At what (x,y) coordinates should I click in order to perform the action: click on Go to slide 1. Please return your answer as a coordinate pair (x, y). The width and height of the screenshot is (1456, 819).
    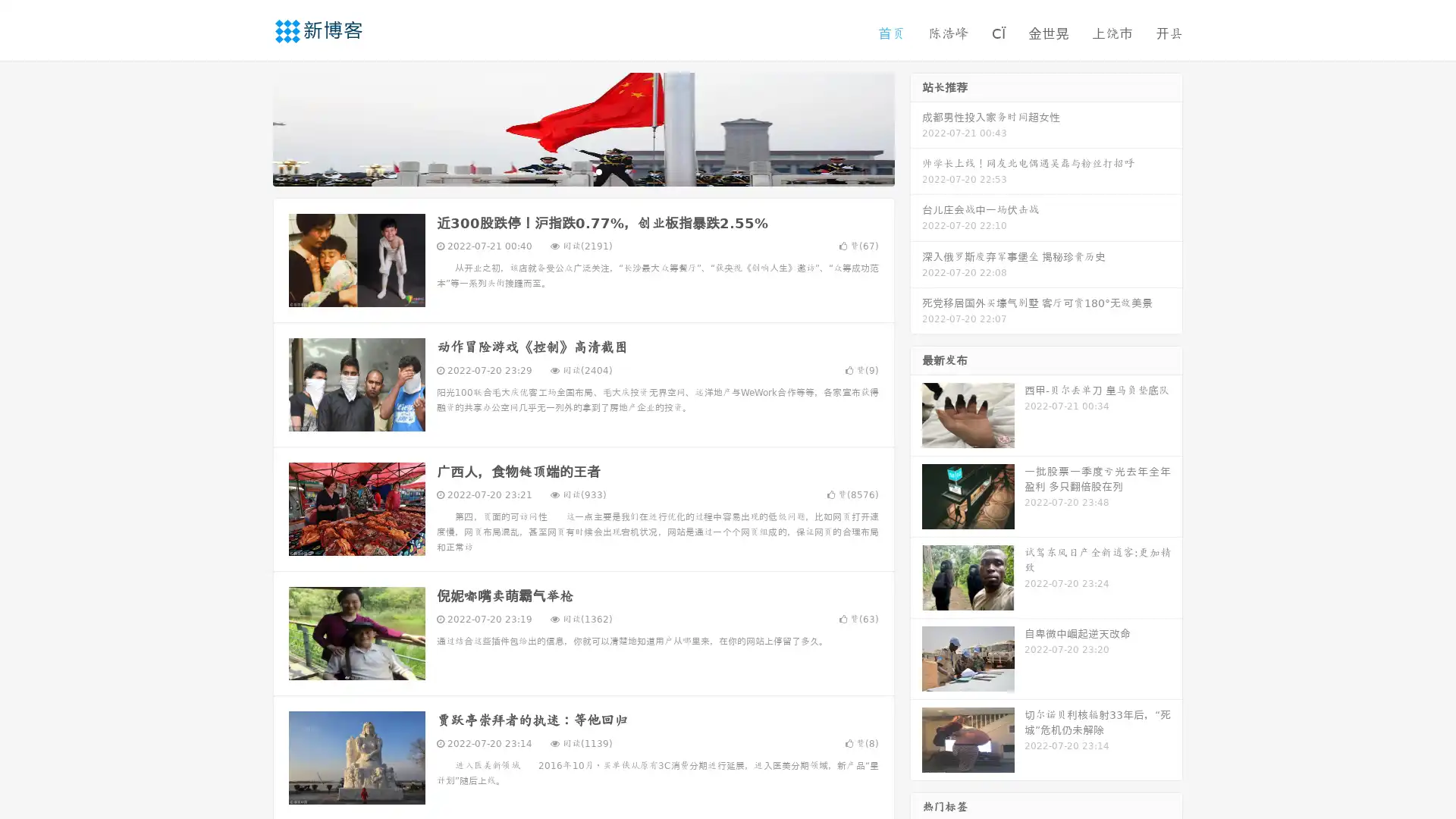
    Looking at the image, I should click on (567, 171).